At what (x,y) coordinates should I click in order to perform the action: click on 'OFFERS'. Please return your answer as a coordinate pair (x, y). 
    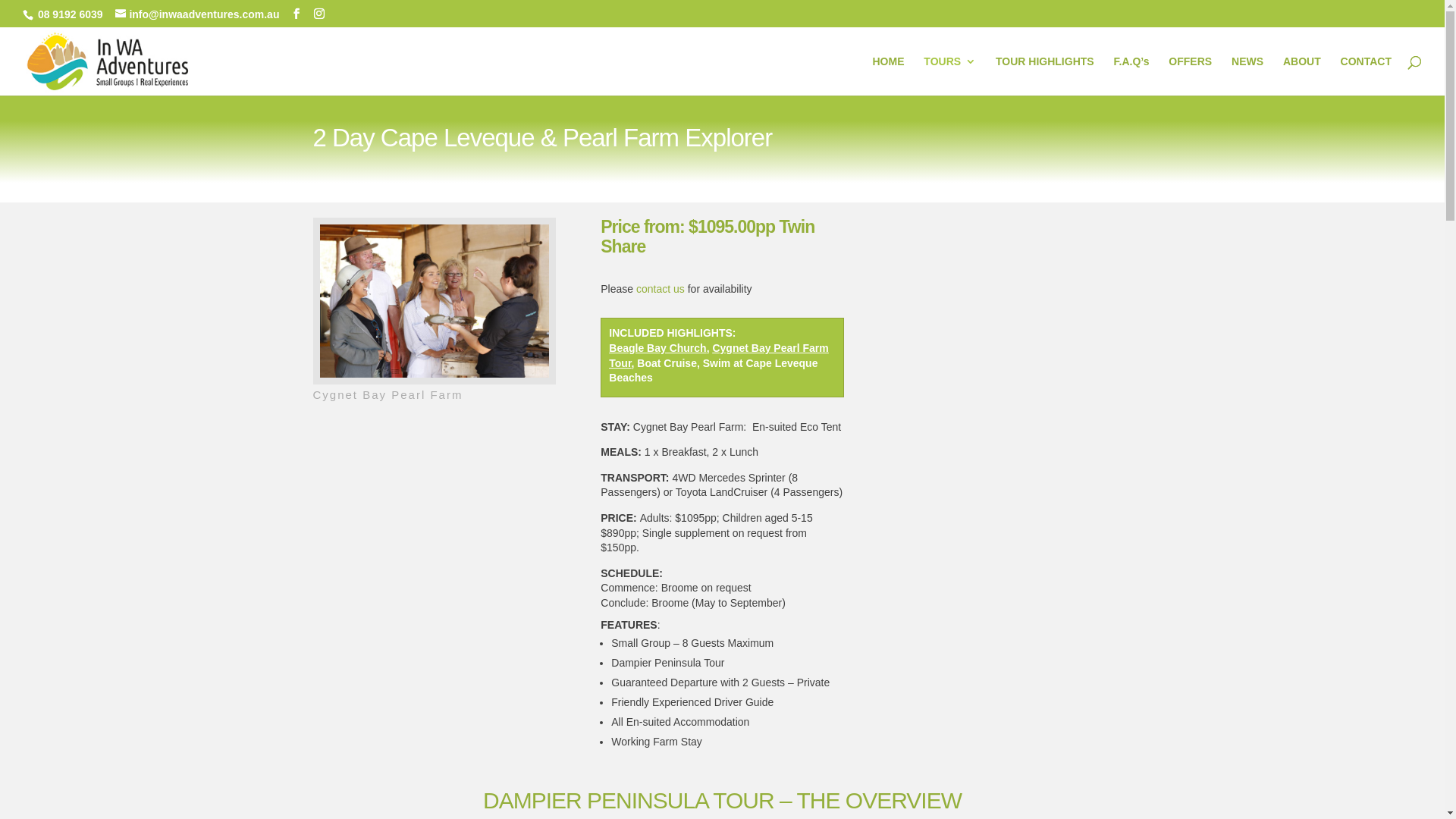
    Looking at the image, I should click on (1189, 76).